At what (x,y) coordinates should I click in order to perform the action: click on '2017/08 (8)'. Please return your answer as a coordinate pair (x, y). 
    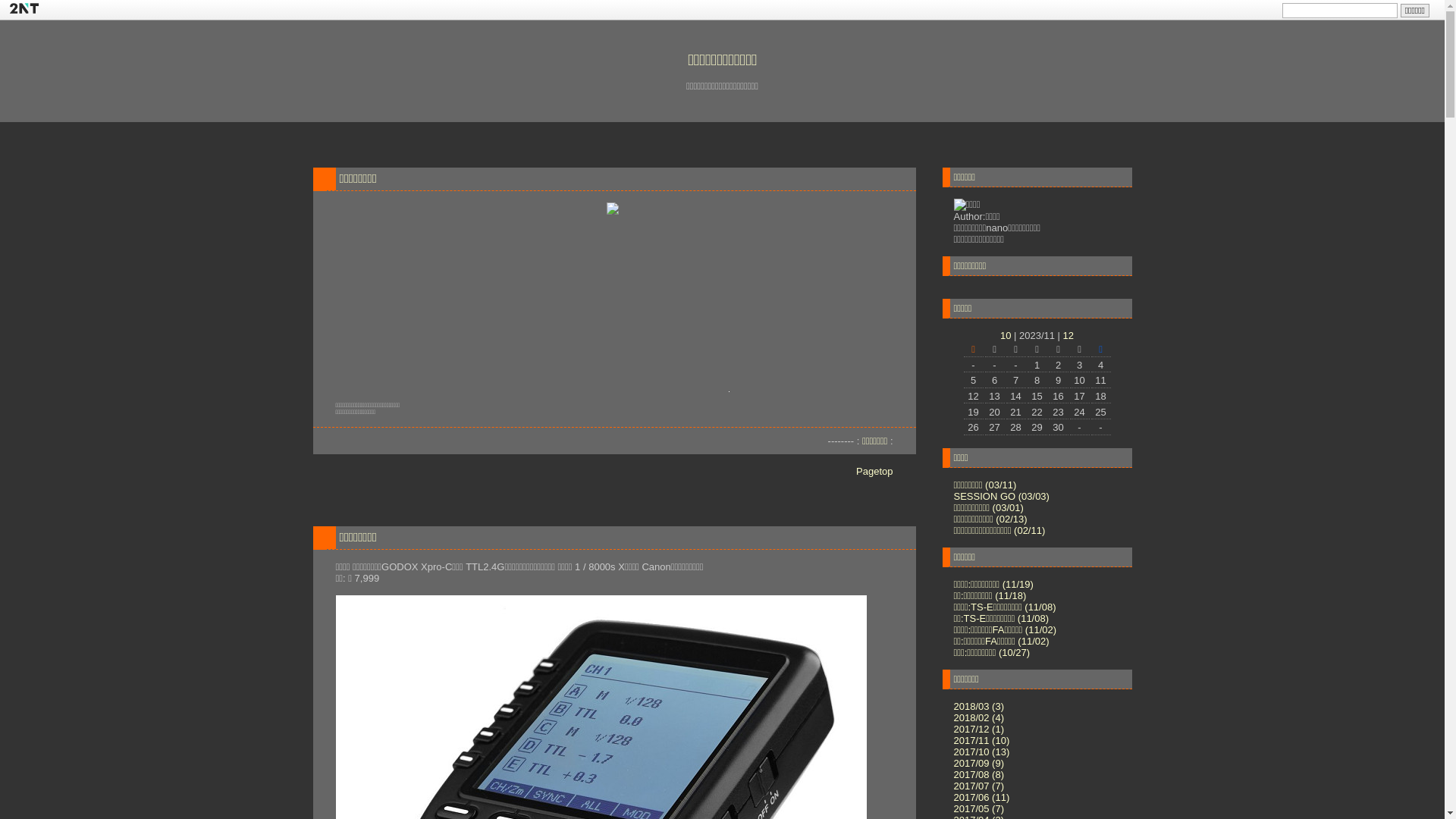
    Looking at the image, I should click on (979, 774).